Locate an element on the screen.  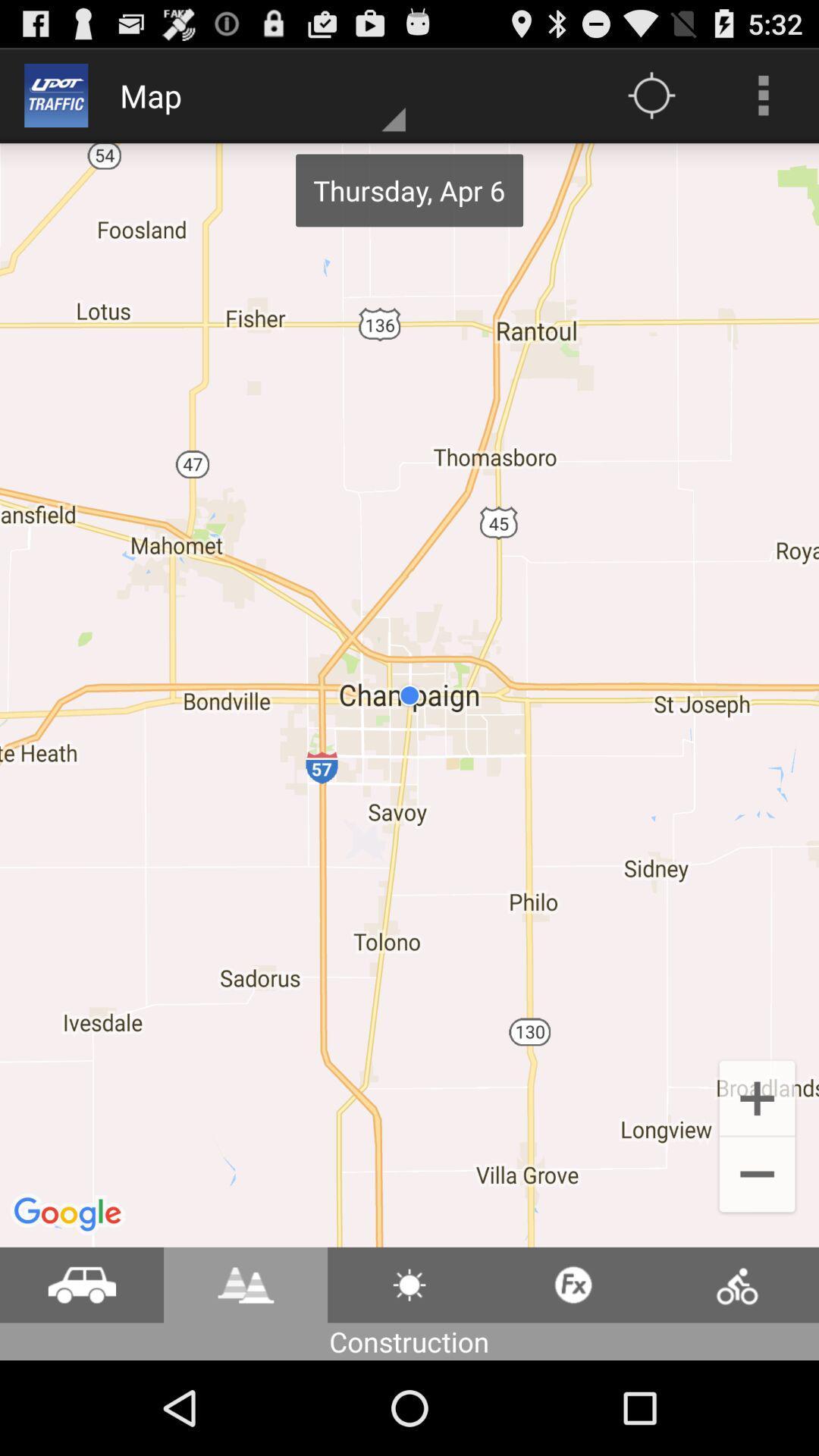
thursday apr 6 is located at coordinates (409, 190).